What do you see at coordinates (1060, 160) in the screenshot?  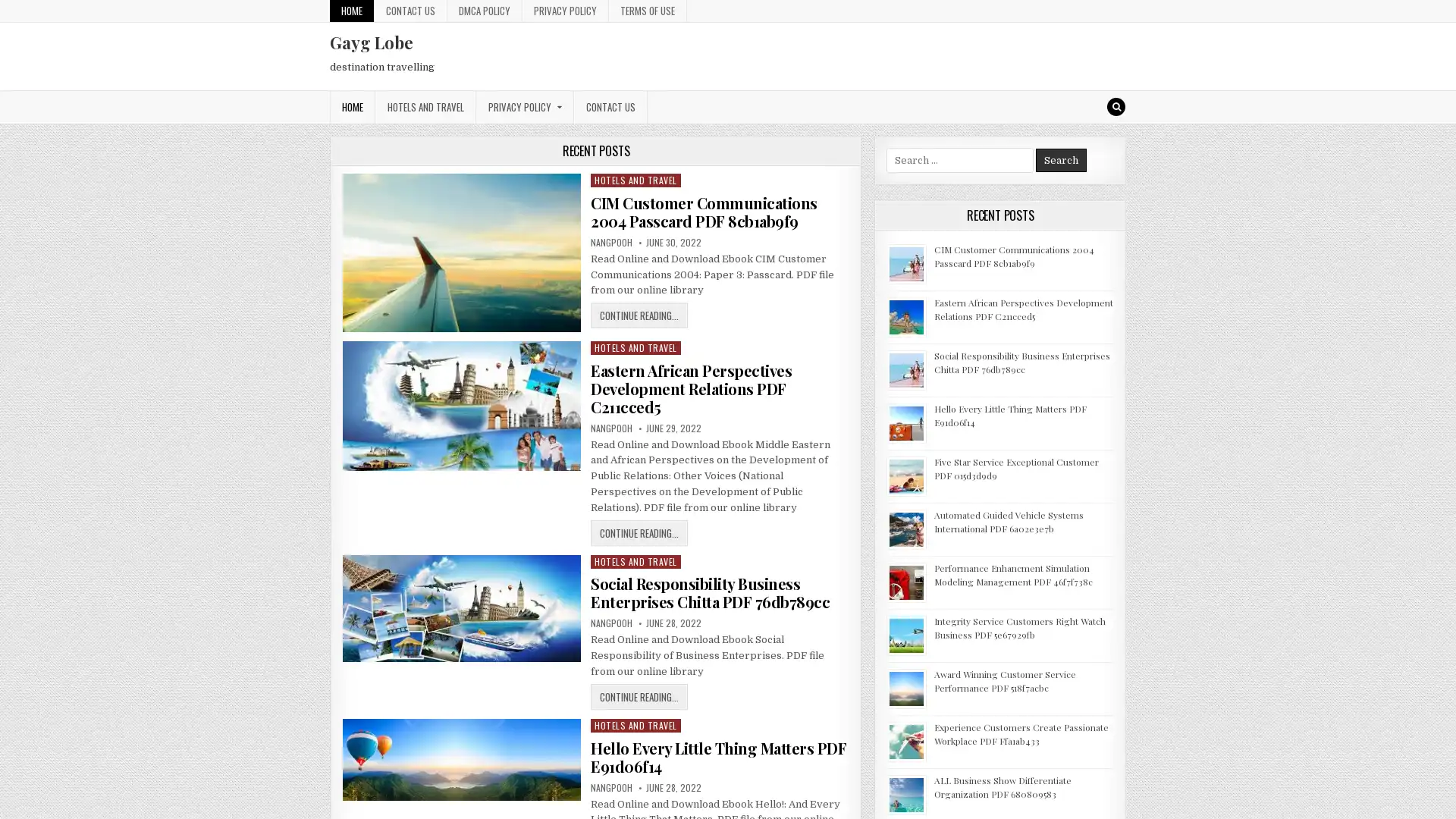 I see `Search` at bounding box center [1060, 160].